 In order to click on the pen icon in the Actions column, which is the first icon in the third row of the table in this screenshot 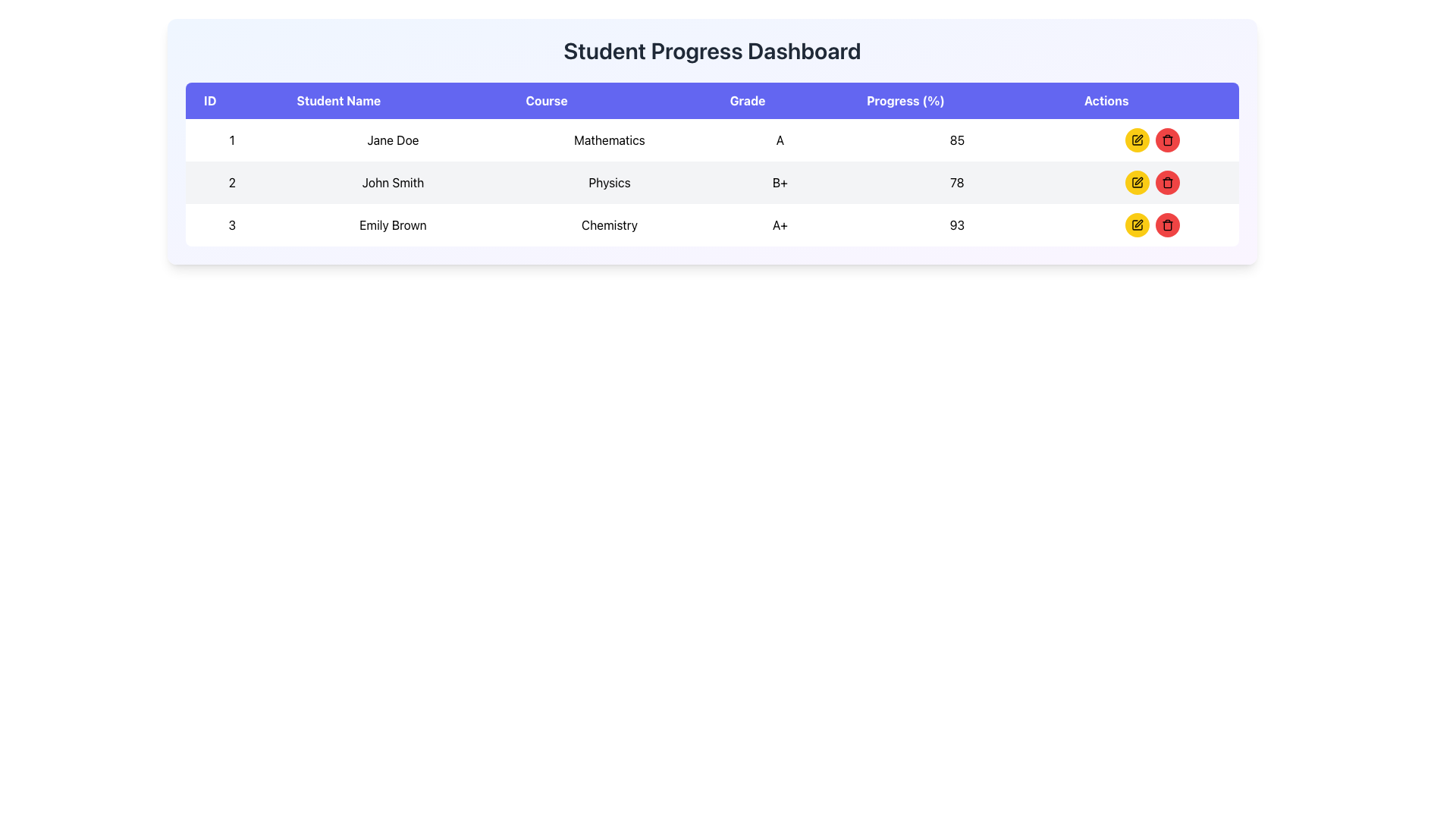, I will do `click(1138, 223)`.